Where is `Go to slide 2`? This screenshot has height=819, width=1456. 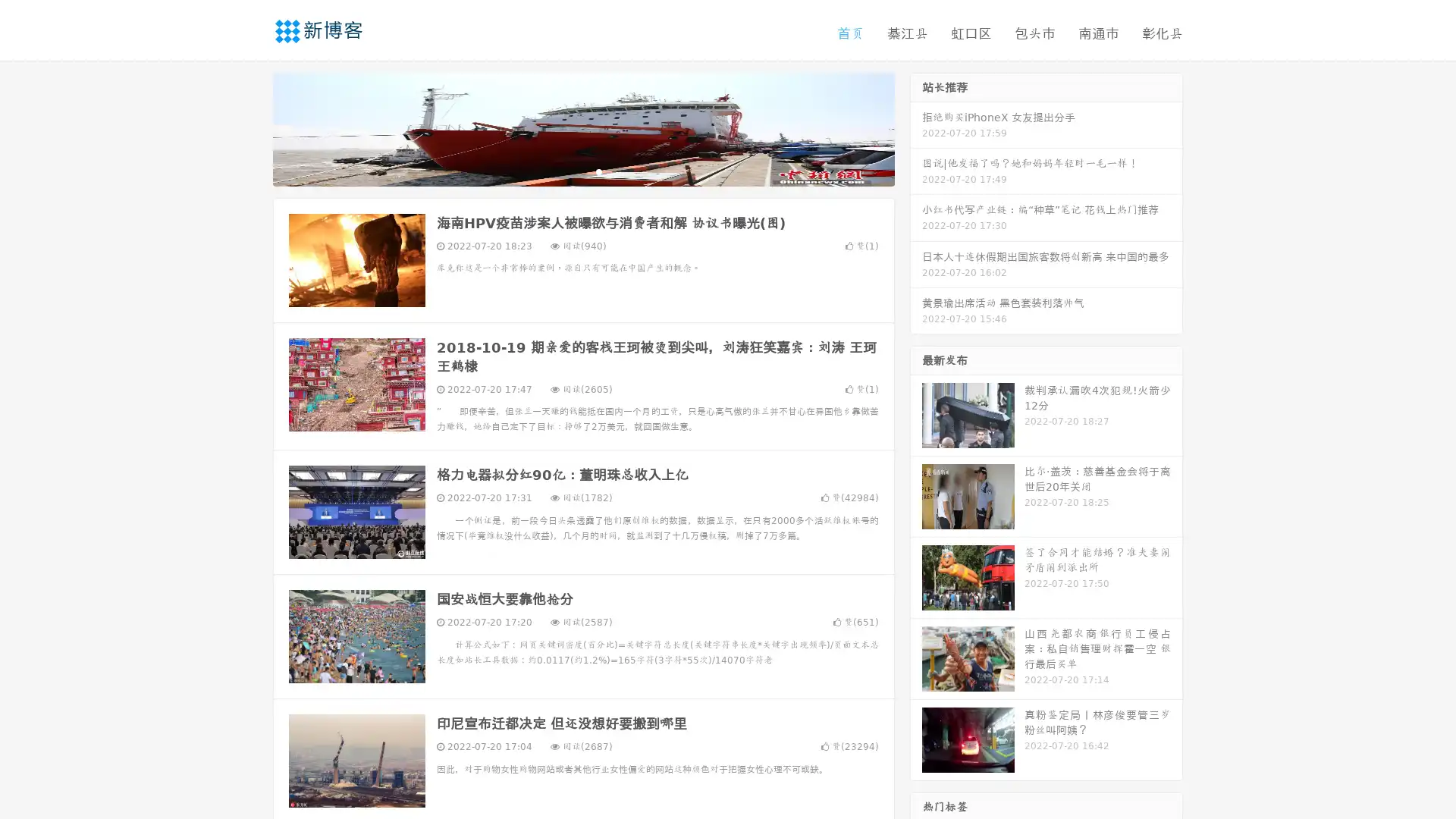 Go to slide 2 is located at coordinates (582, 171).